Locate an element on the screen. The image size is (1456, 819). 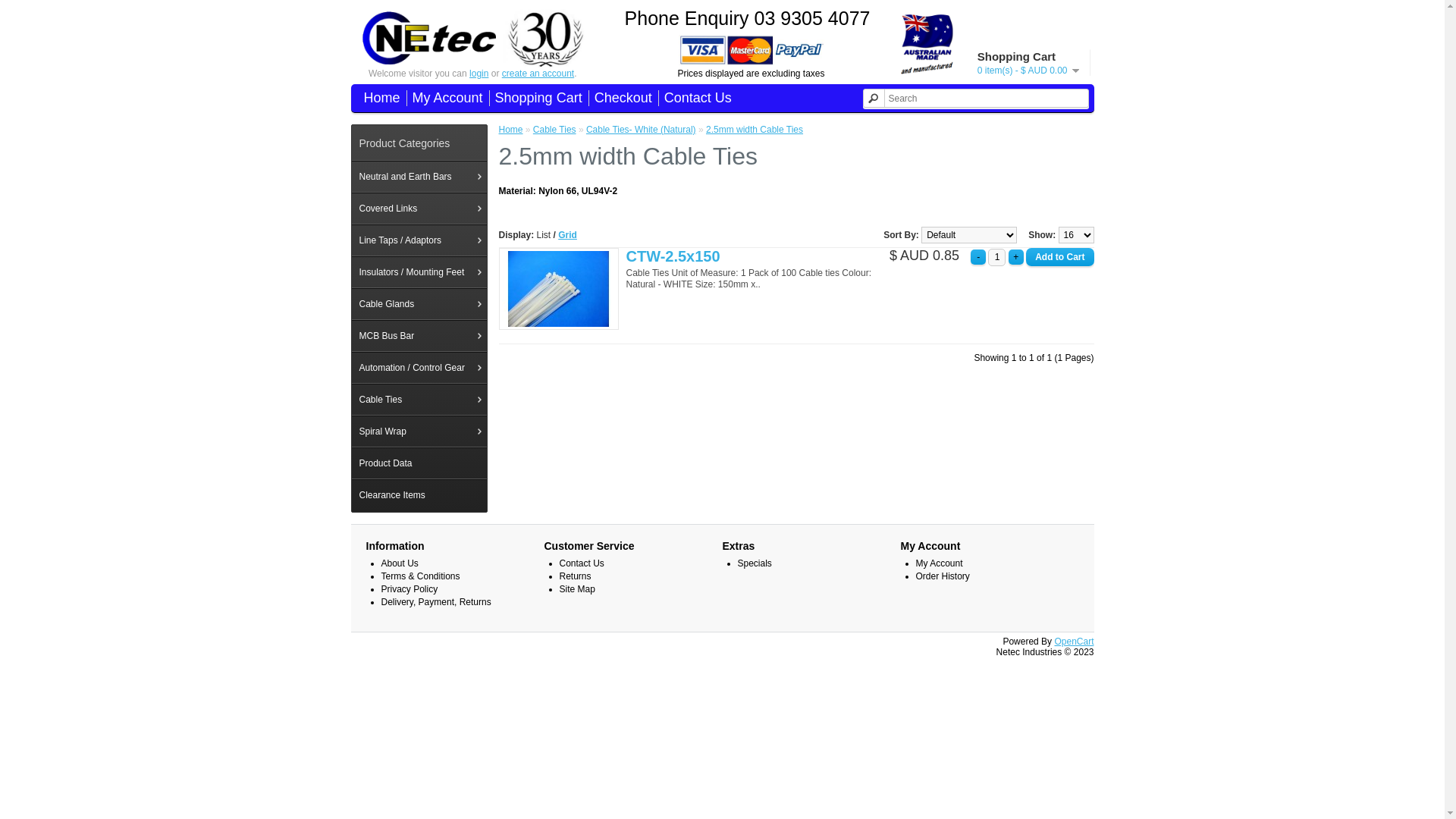
'-' is located at coordinates (978, 256).